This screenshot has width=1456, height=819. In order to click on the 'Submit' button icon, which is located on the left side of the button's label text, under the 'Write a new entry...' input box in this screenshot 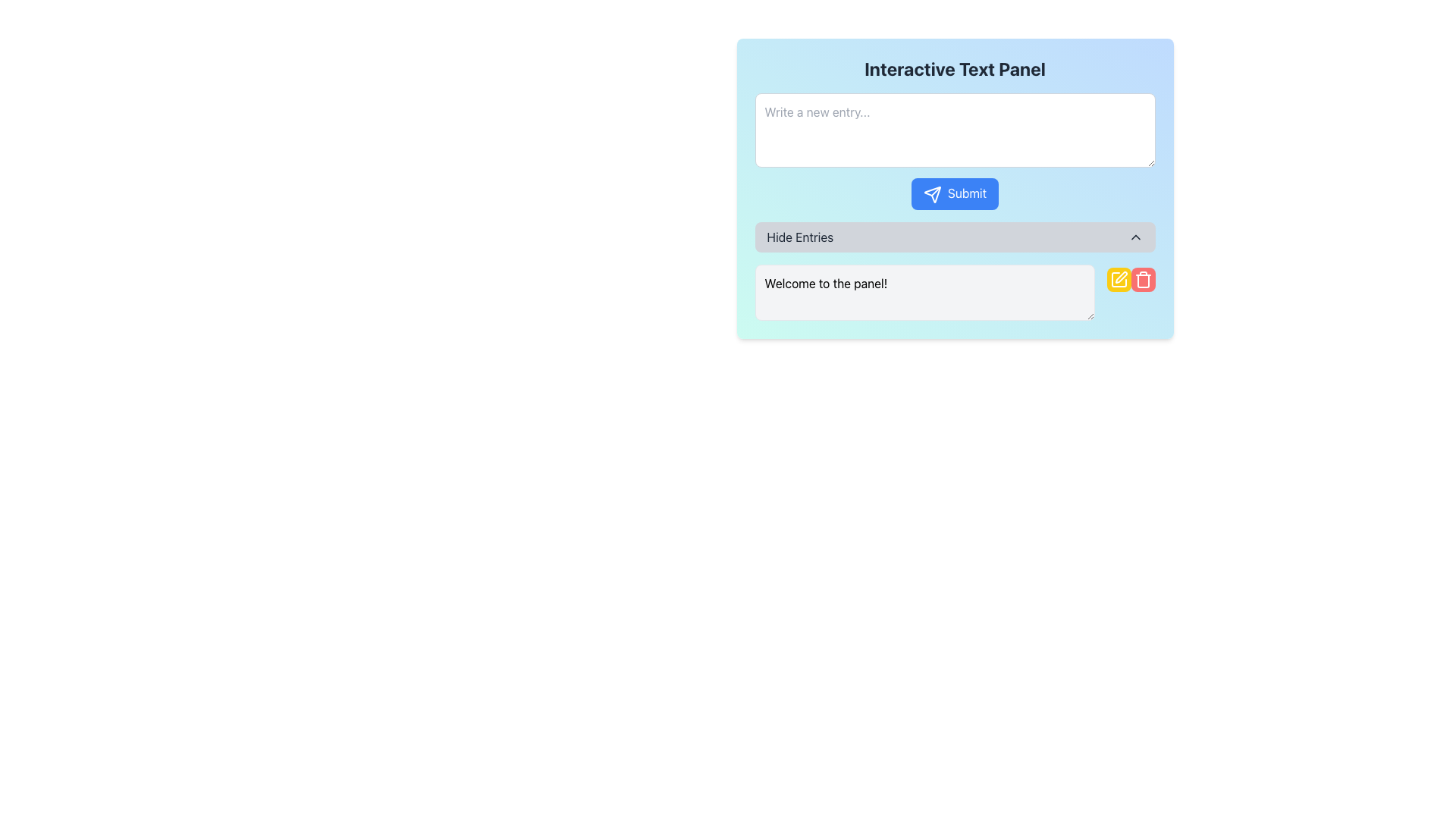, I will do `click(931, 193)`.